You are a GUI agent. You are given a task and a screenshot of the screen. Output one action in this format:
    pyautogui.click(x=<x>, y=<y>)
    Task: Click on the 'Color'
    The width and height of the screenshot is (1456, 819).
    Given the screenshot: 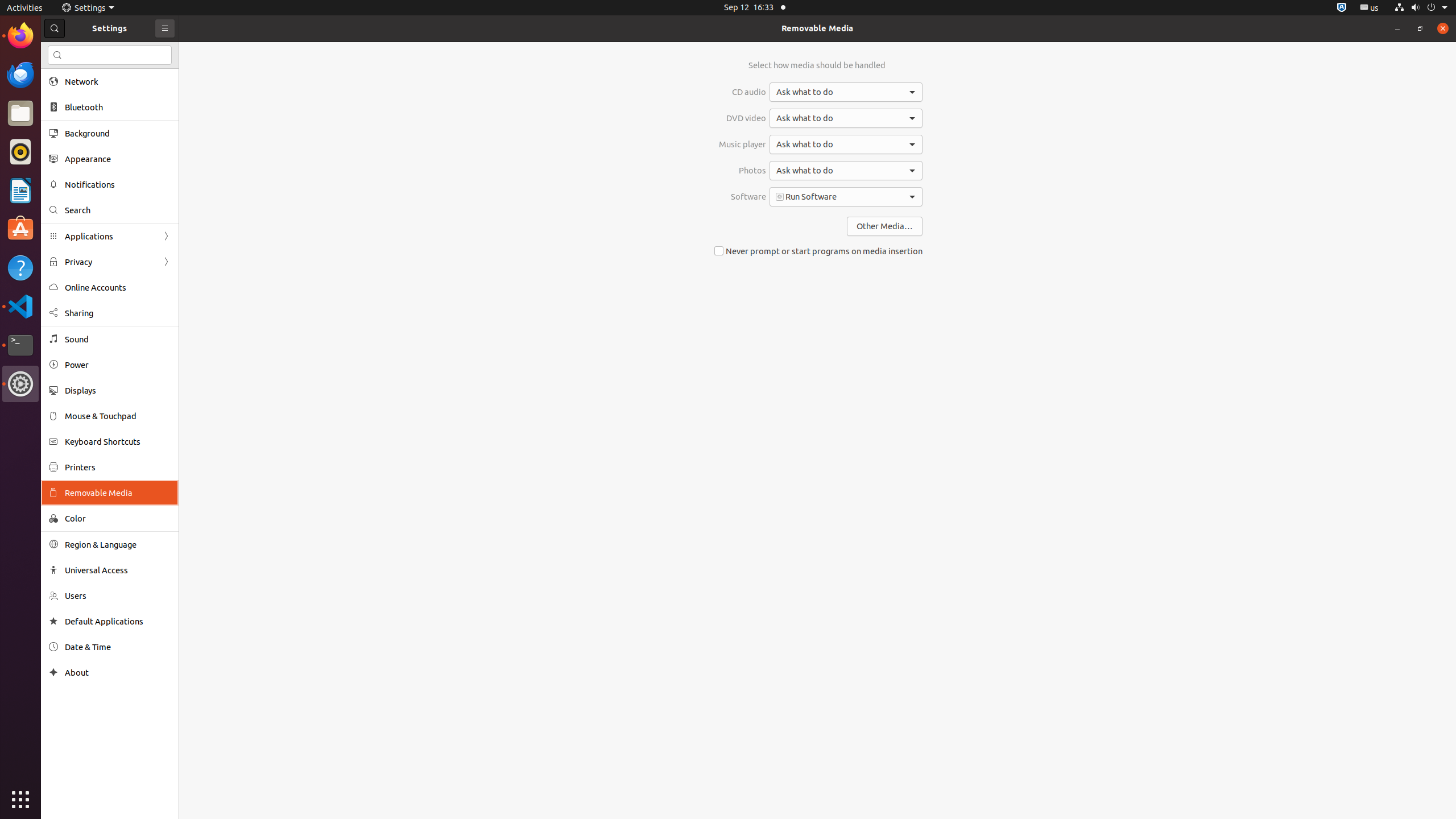 What is the action you would take?
    pyautogui.click(x=118, y=518)
    